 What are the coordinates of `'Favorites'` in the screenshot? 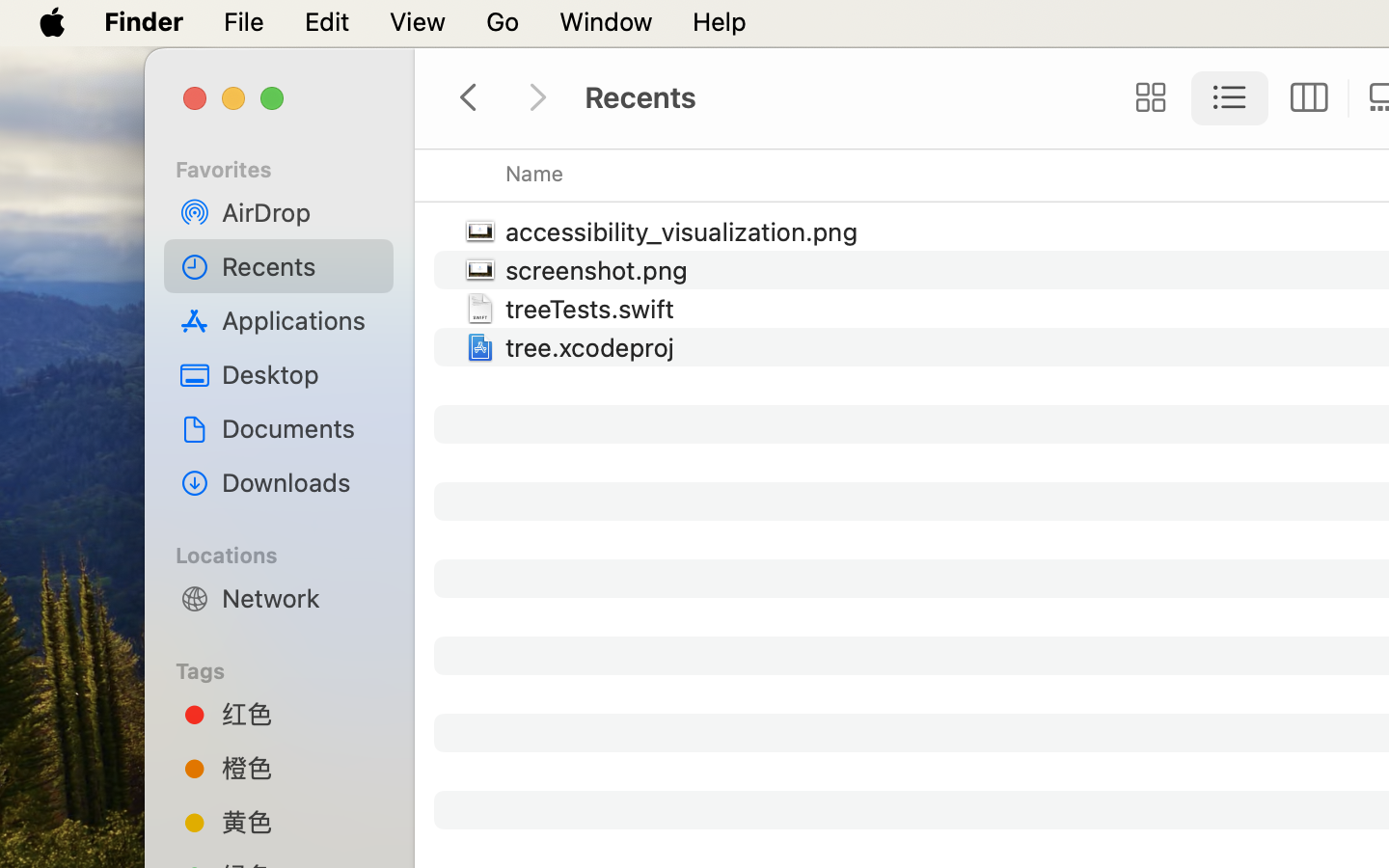 It's located at (288, 166).